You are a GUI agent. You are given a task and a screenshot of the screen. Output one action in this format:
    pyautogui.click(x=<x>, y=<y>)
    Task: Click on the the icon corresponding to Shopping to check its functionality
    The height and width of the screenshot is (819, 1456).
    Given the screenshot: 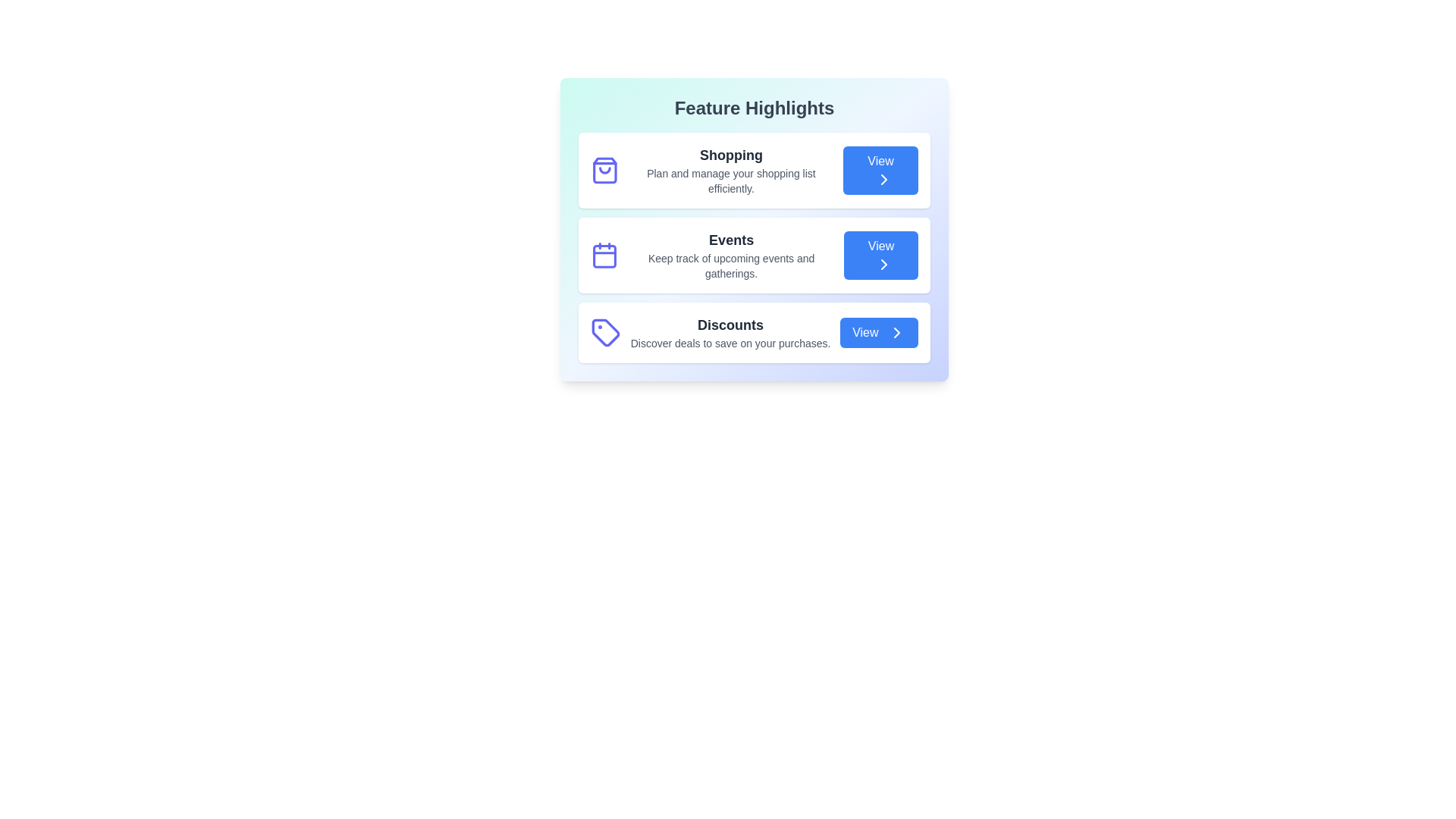 What is the action you would take?
    pyautogui.click(x=604, y=170)
    